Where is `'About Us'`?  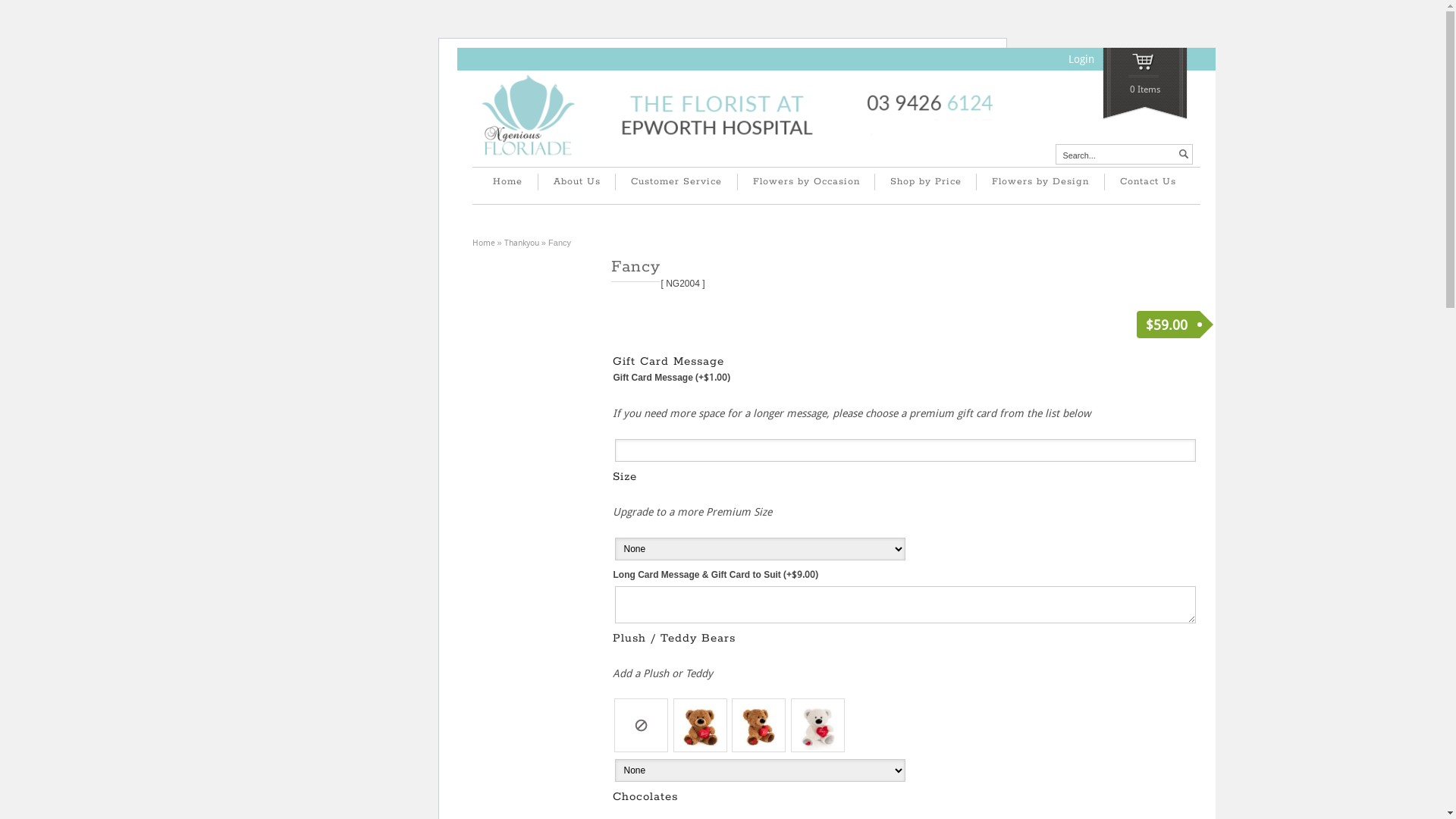 'About Us' is located at coordinates (576, 180).